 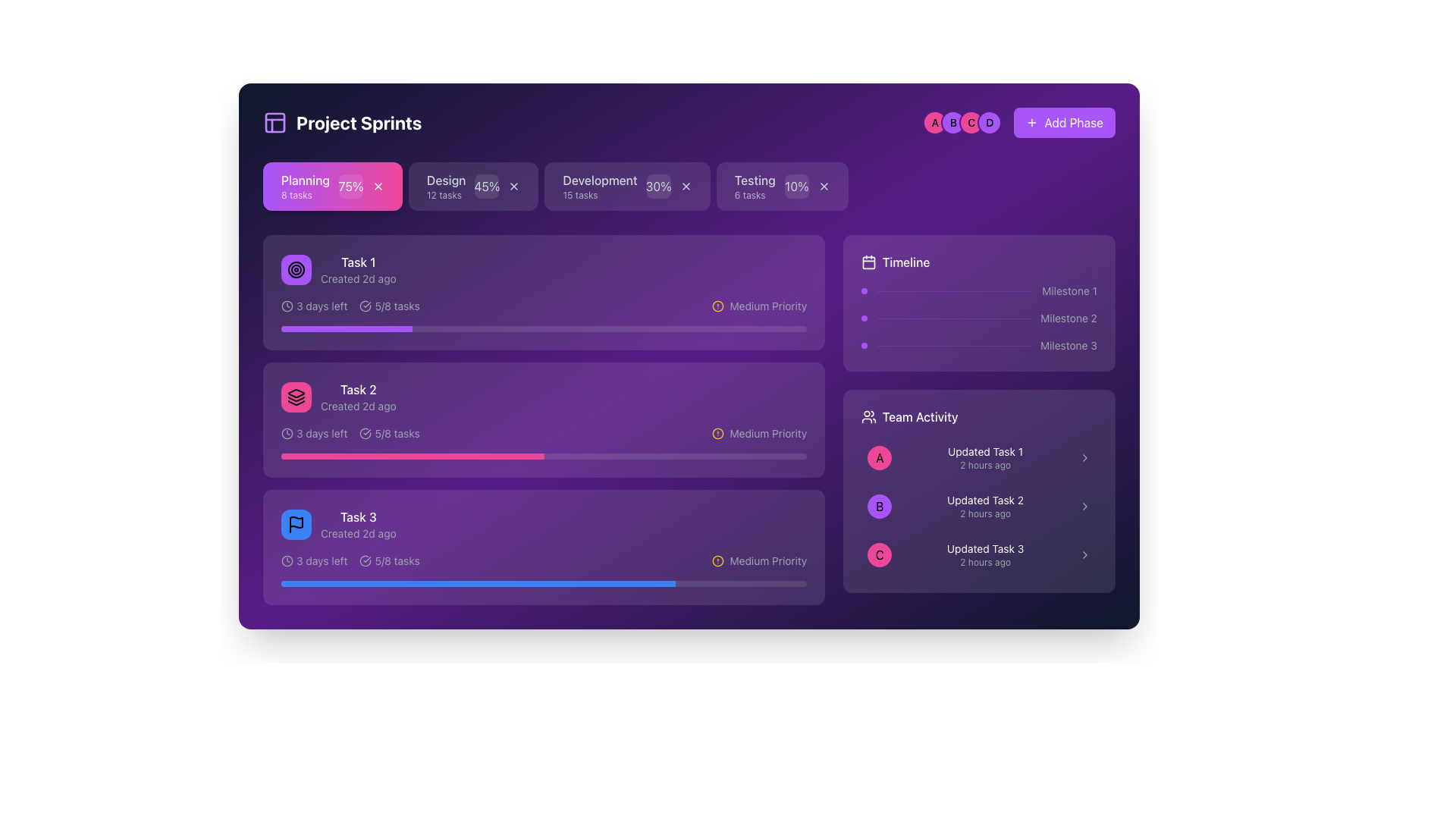 What do you see at coordinates (1031, 122) in the screenshot?
I see `the 'Add Phase' icon located to the left of the text` at bounding box center [1031, 122].